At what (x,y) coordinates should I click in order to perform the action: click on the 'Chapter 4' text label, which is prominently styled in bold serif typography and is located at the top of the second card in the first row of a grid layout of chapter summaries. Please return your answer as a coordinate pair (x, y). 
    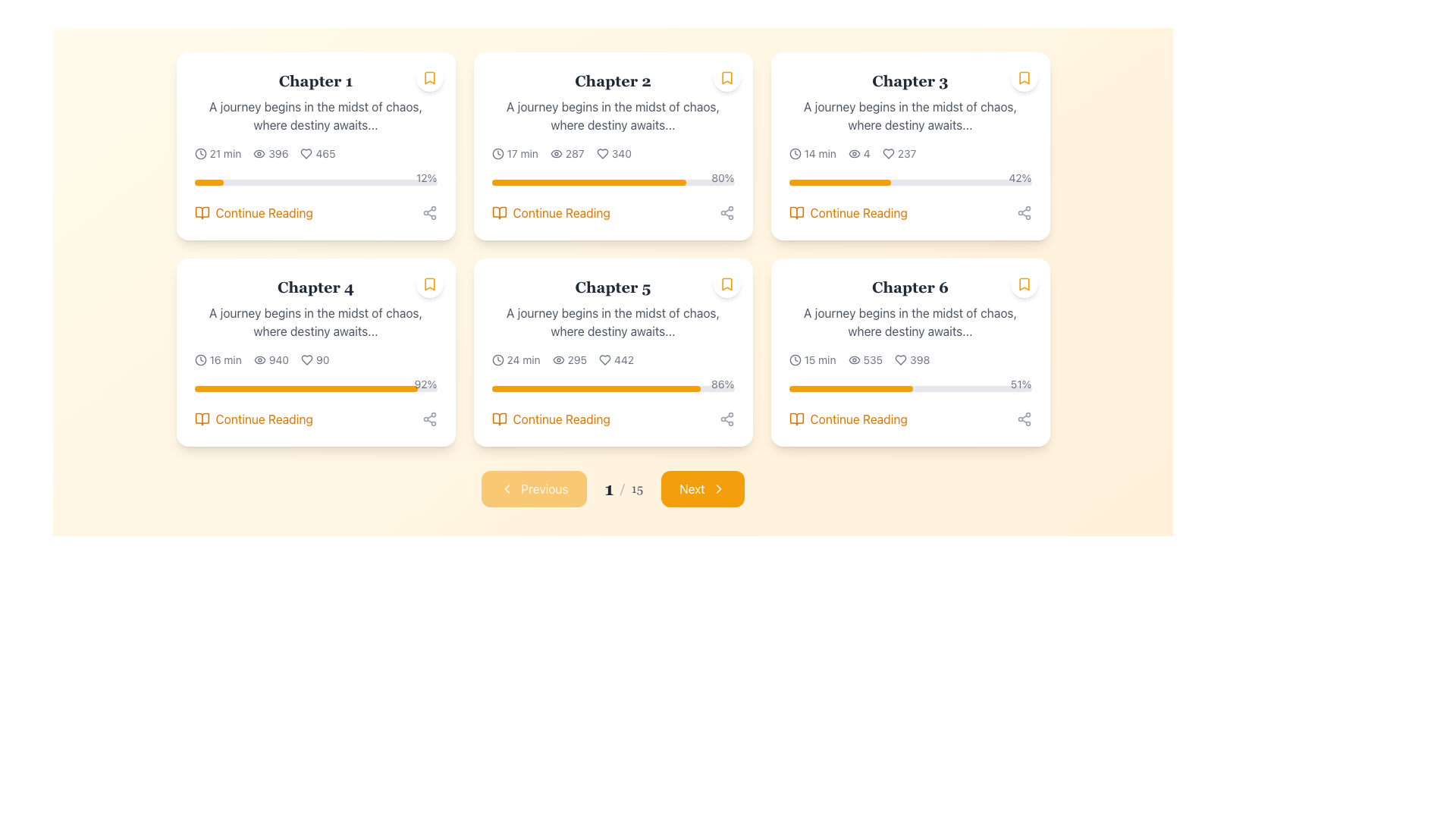
    Looking at the image, I should click on (315, 287).